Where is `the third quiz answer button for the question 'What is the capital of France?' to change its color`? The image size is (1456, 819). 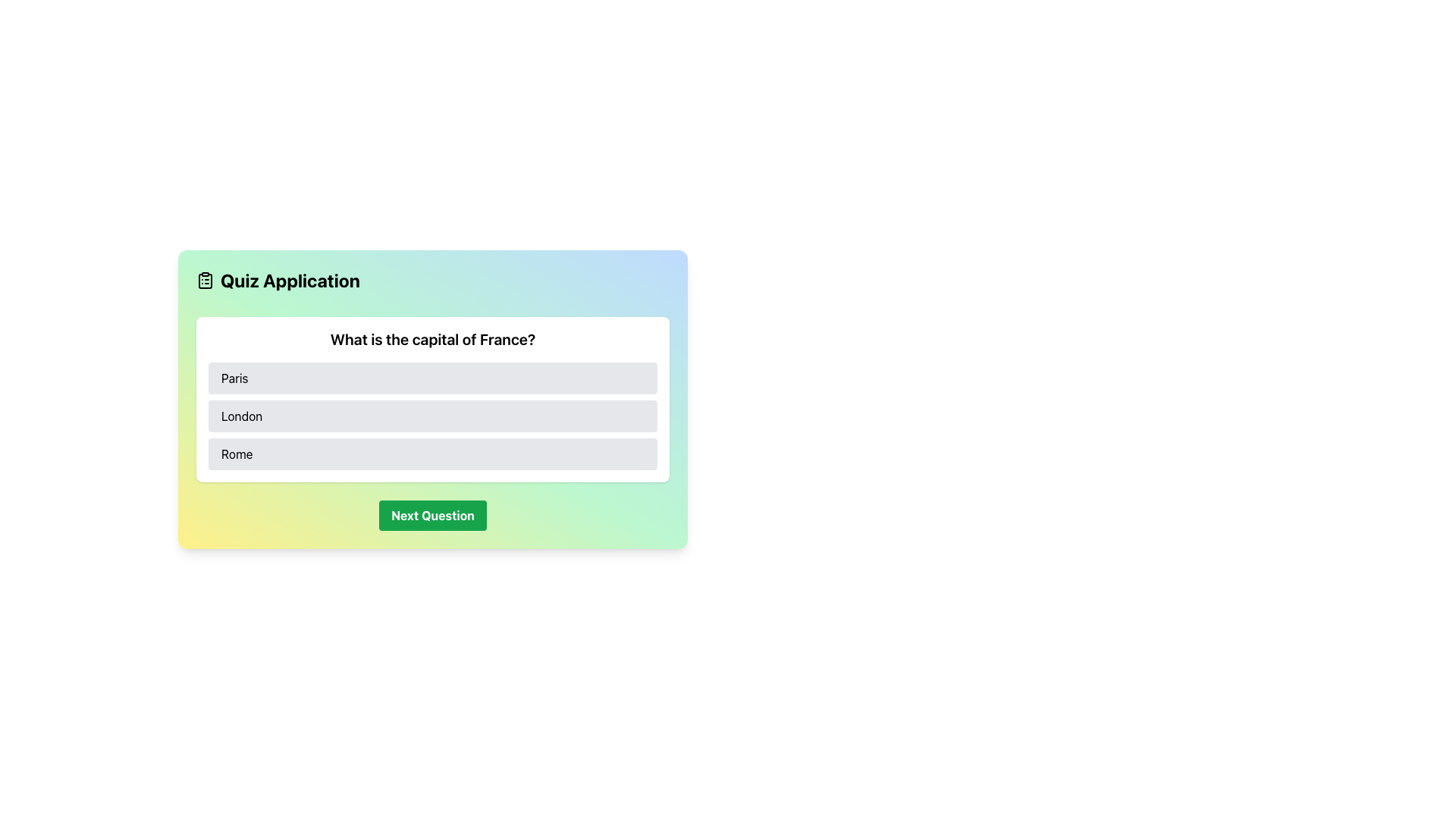
the third quiz answer button for the question 'What is the capital of France?' to change its color is located at coordinates (432, 453).